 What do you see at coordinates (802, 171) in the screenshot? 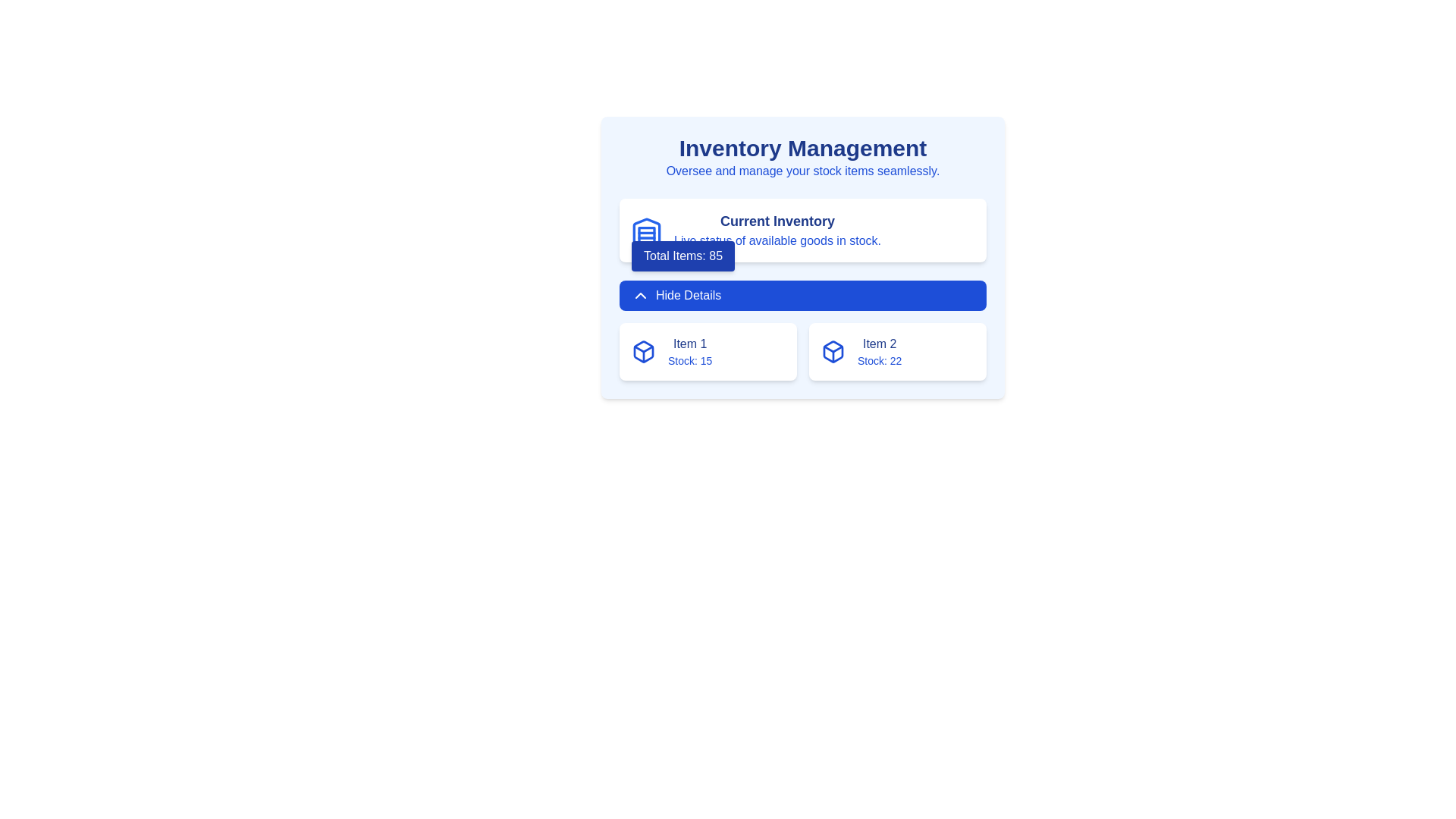
I see `the Text Display element located directly beneath the 'Inventory Management' heading, which provides additional context about the functionalities of this section` at bounding box center [802, 171].